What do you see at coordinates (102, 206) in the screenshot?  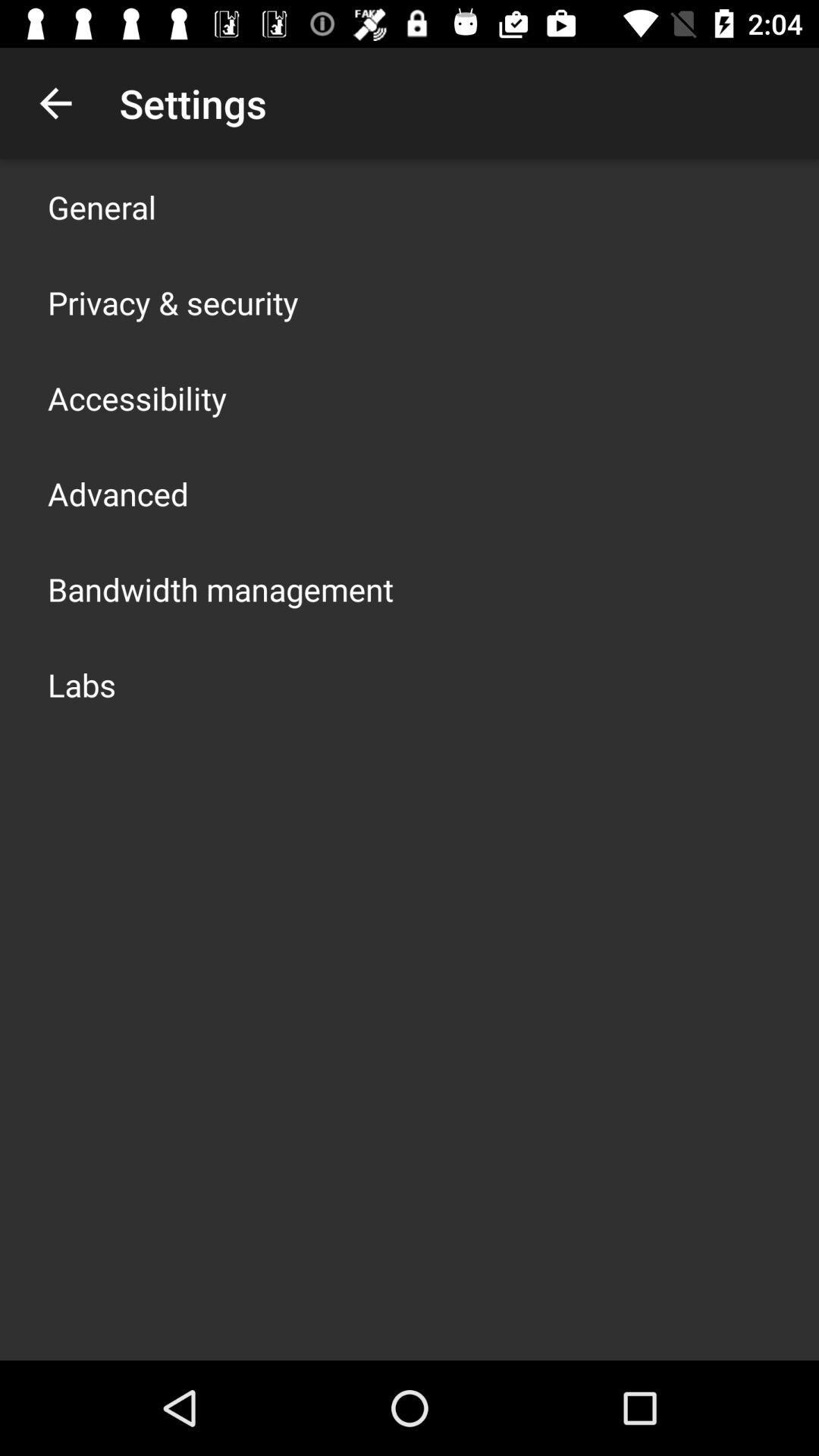 I see `the app above privacy & security` at bounding box center [102, 206].